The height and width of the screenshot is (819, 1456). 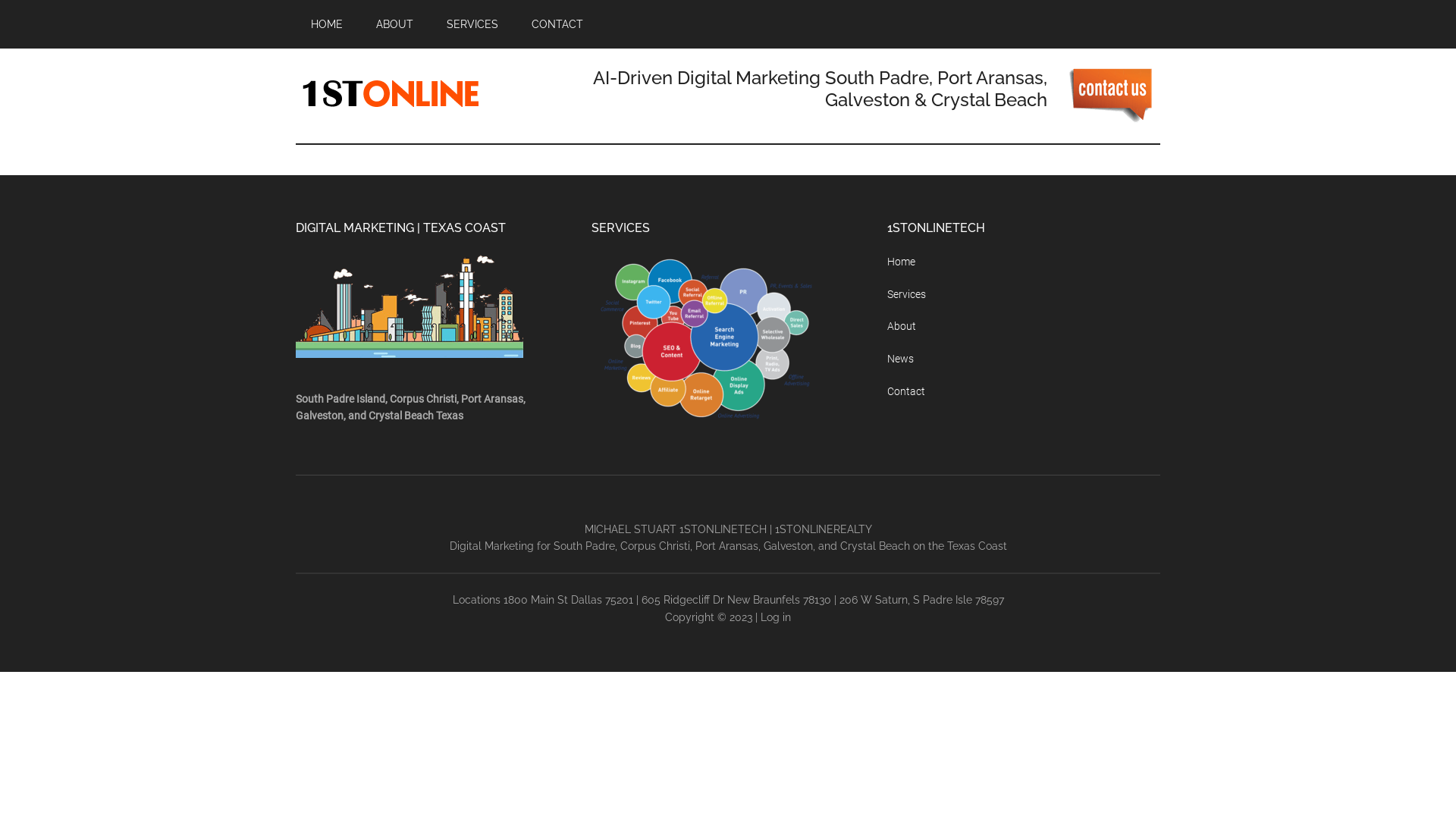 I want to click on 'HOME', so click(x=326, y=24).